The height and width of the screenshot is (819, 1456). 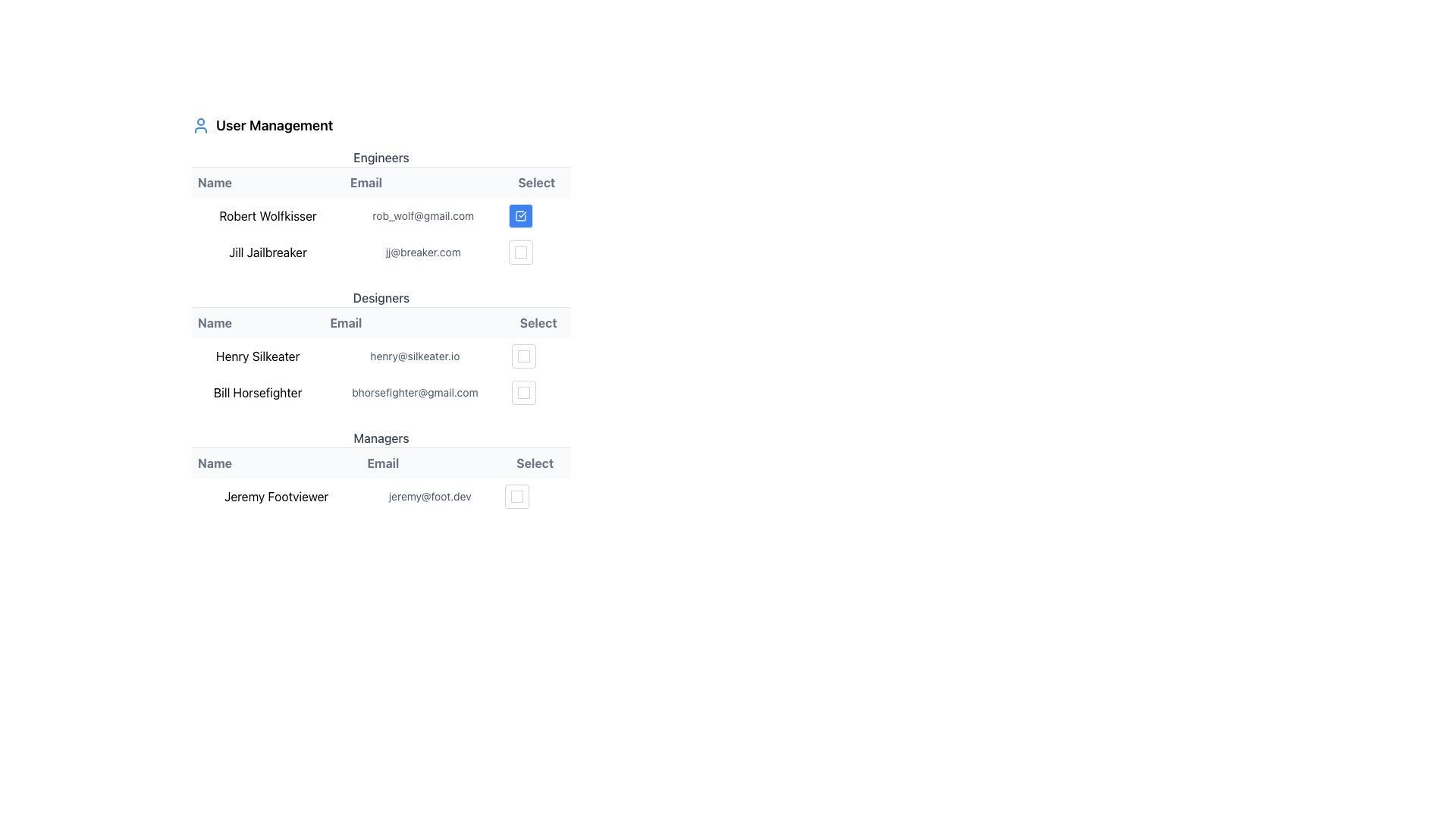 What do you see at coordinates (520, 251) in the screenshot?
I see `the button in the 'Select' column of the 'Engineers' table associated with user 'Jill Jailbreaker', located beside the email 'jj@breaker.com'` at bounding box center [520, 251].